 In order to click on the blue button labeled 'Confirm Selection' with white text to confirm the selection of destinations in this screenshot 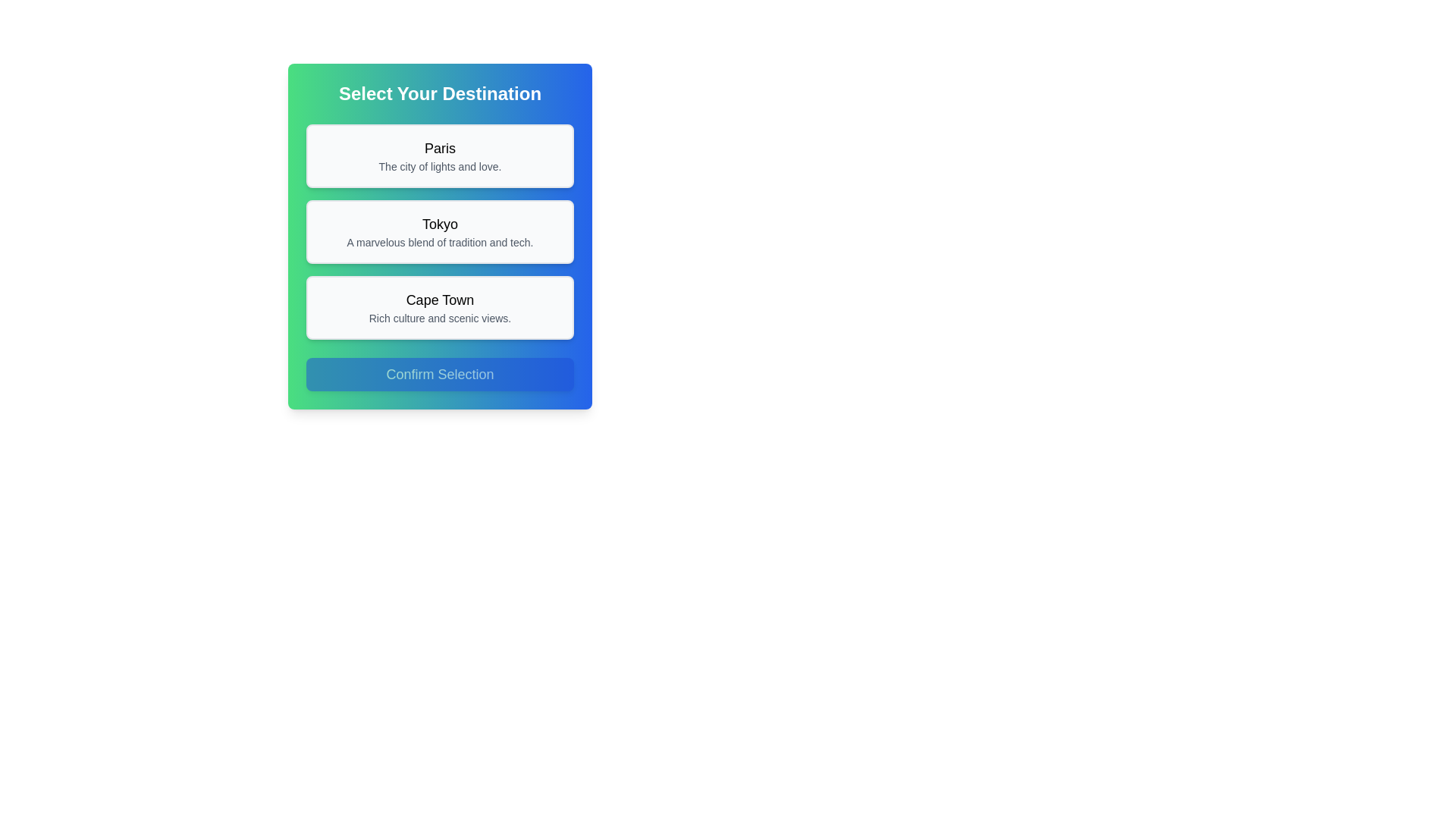, I will do `click(439, 374)`.